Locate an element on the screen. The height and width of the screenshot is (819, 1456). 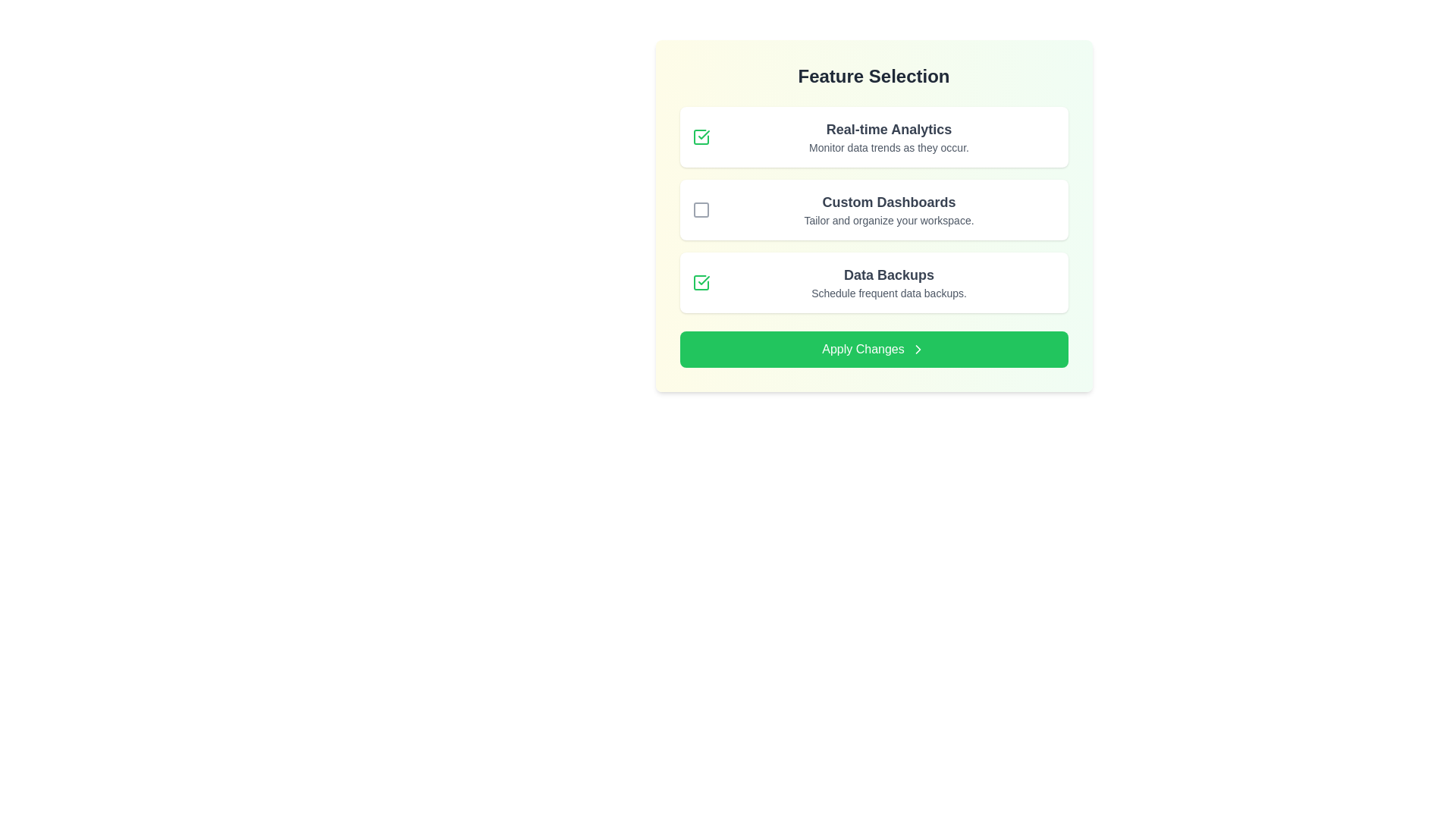
the Informational display panel labeled 'Custom Dashboards' is located at coordinates (874, 210).